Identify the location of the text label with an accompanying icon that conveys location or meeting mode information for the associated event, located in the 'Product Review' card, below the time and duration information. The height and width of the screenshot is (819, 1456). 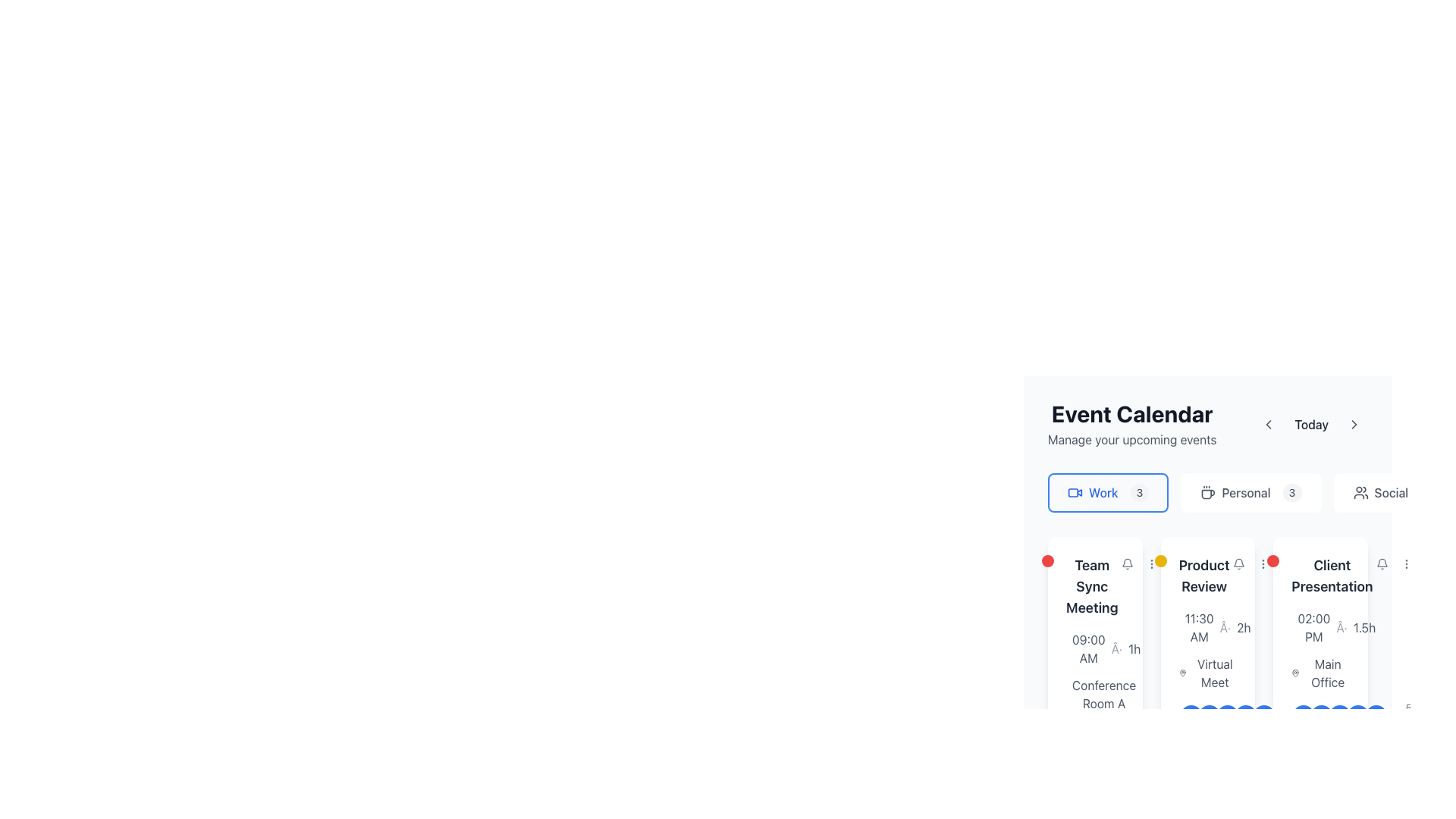
(1207, 672).